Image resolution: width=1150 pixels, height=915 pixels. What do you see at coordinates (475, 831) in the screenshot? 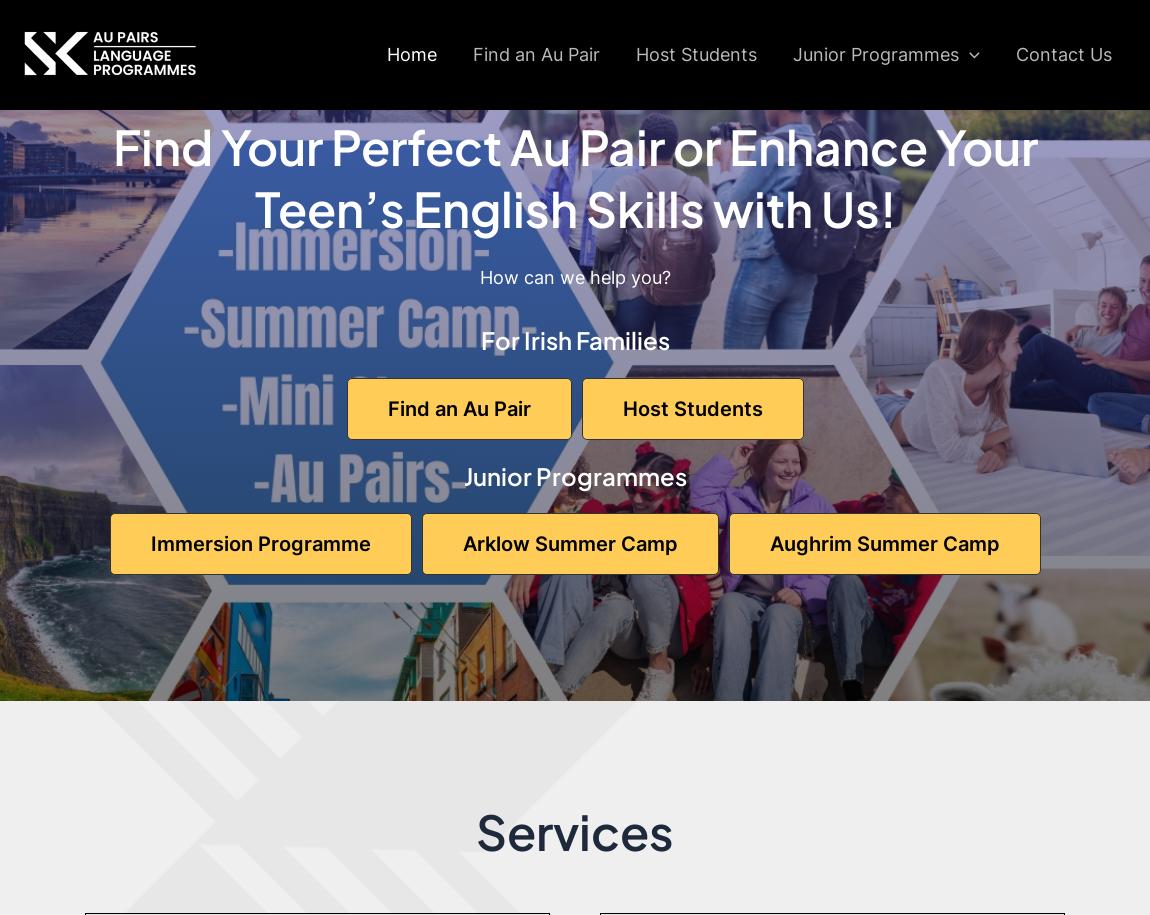
I see `'Services'` at bounding box center [475, 831].